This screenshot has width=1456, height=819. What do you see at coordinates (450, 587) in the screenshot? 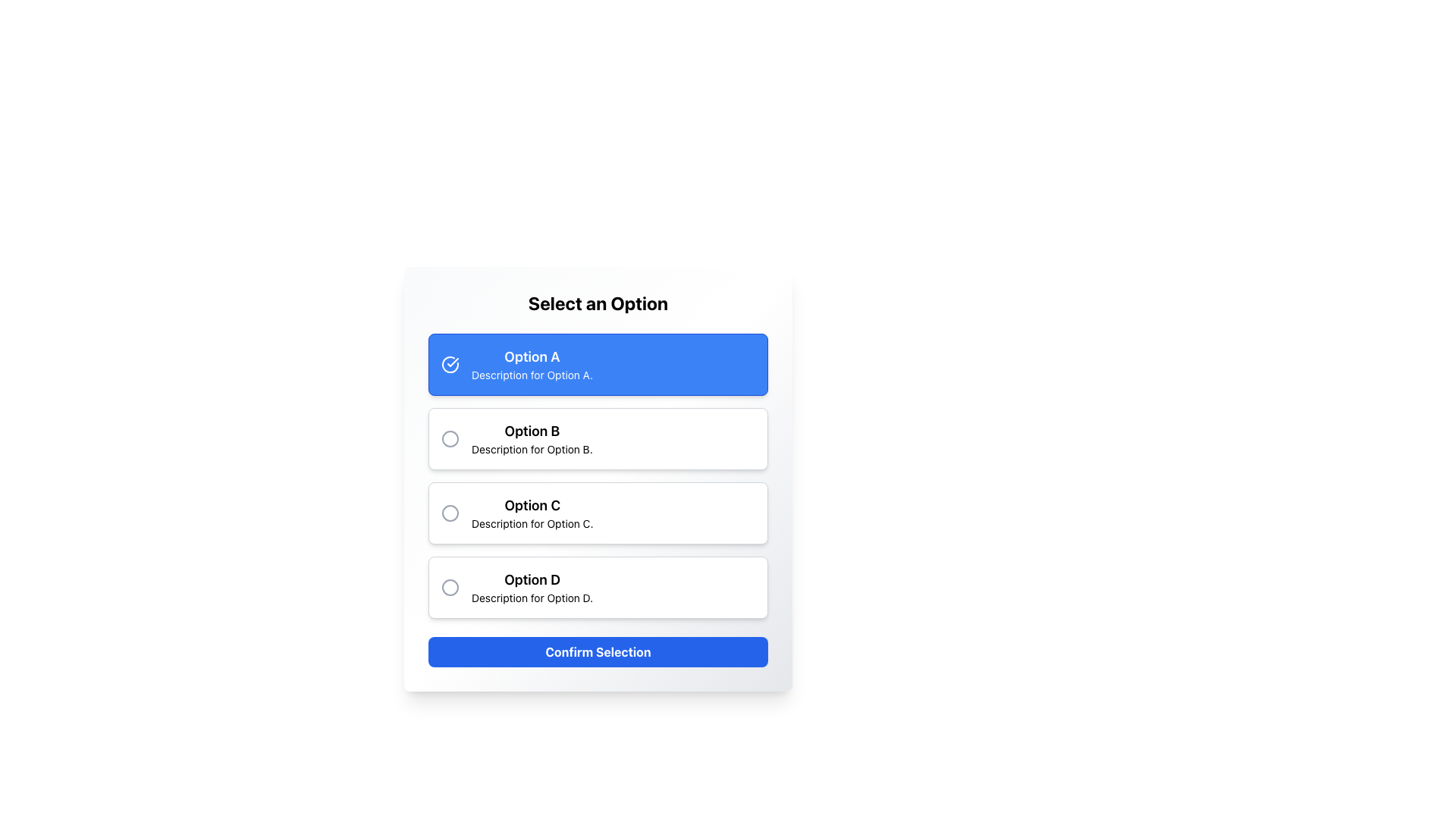
I see `the unfilled circle representing the deselected state of the 'Option D' radio button` at bounding box center [450, 587].